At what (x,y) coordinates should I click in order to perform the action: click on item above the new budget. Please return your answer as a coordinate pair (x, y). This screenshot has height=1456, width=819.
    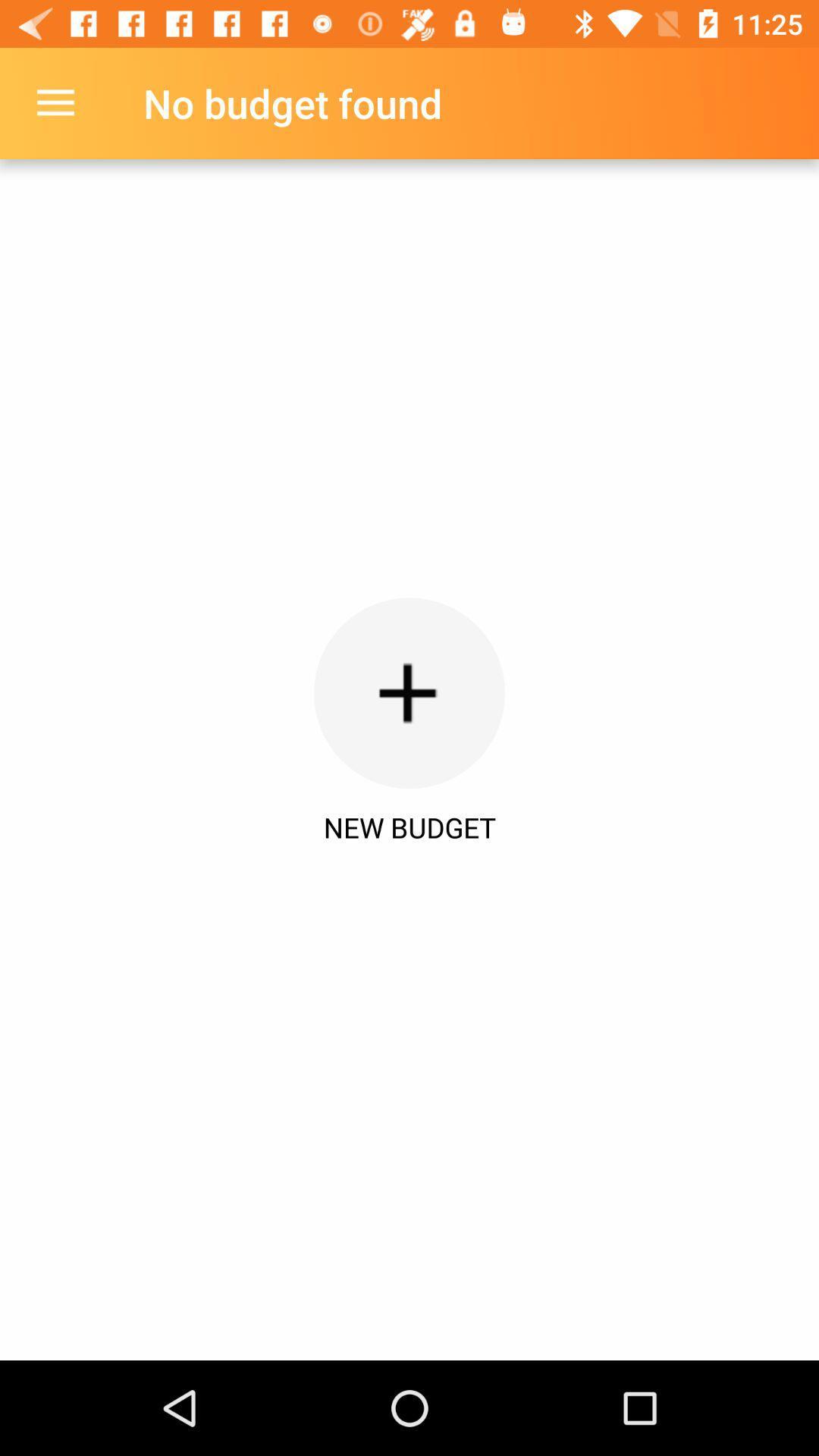
    Looking at the image, I should click on (55, 102).